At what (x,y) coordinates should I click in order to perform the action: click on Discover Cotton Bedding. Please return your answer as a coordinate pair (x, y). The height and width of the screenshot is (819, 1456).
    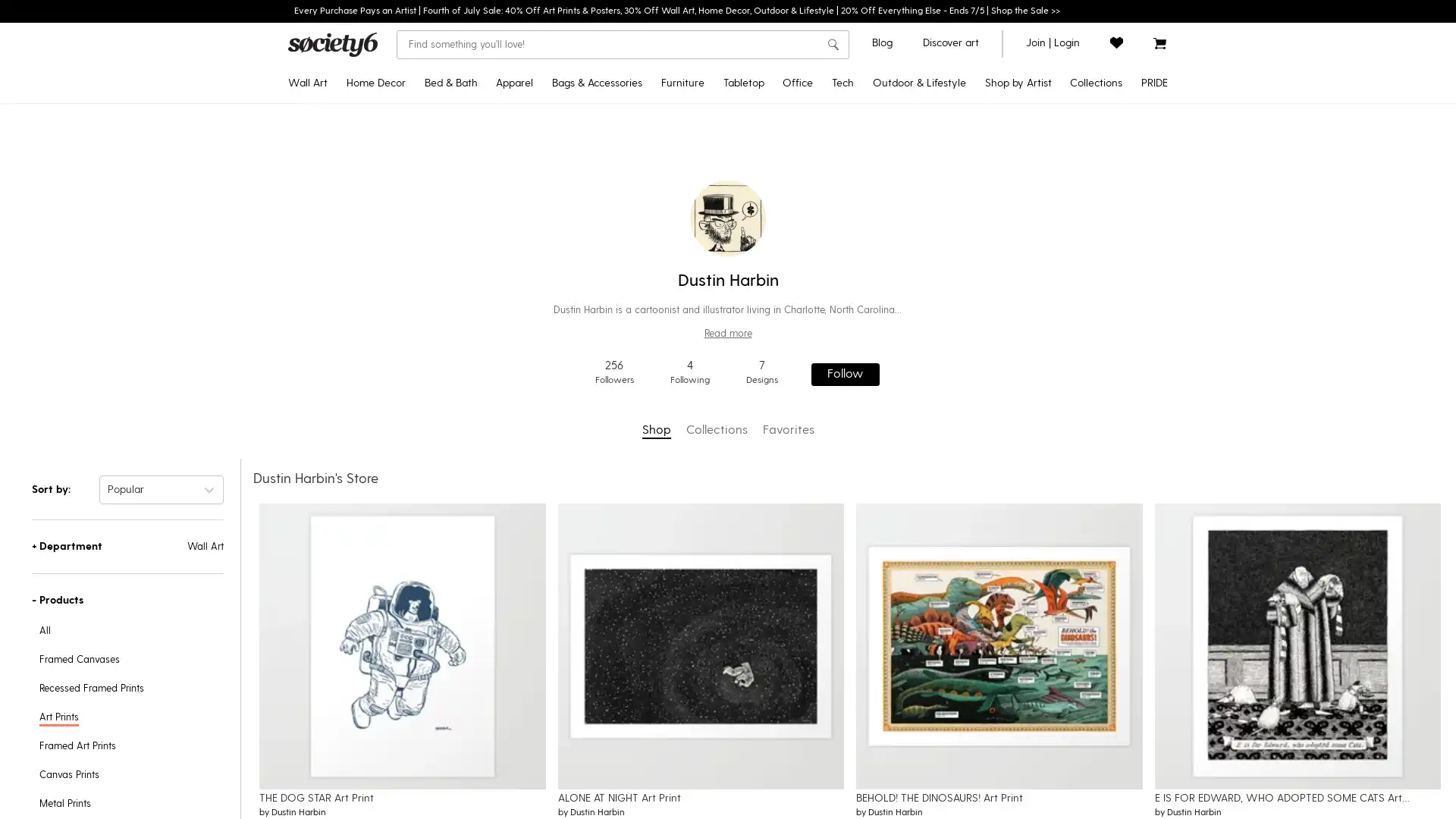
    Looking at the image, I should click on (1040, 391).